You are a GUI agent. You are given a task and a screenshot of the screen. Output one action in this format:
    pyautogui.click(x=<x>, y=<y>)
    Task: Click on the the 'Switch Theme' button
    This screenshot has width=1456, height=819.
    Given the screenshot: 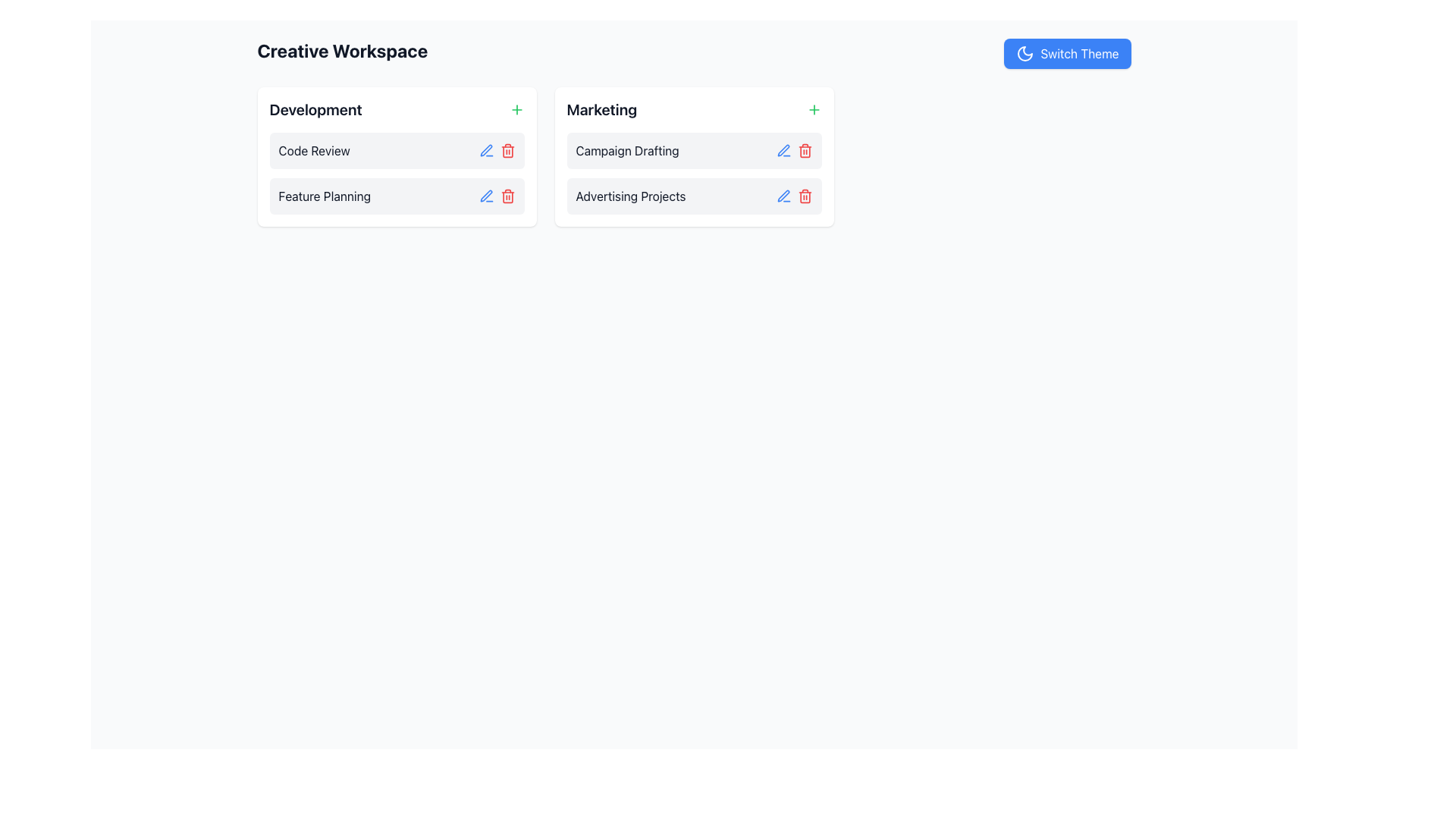 What is the action you would take?
    pyautogui.click(x=1066, y=52)
    